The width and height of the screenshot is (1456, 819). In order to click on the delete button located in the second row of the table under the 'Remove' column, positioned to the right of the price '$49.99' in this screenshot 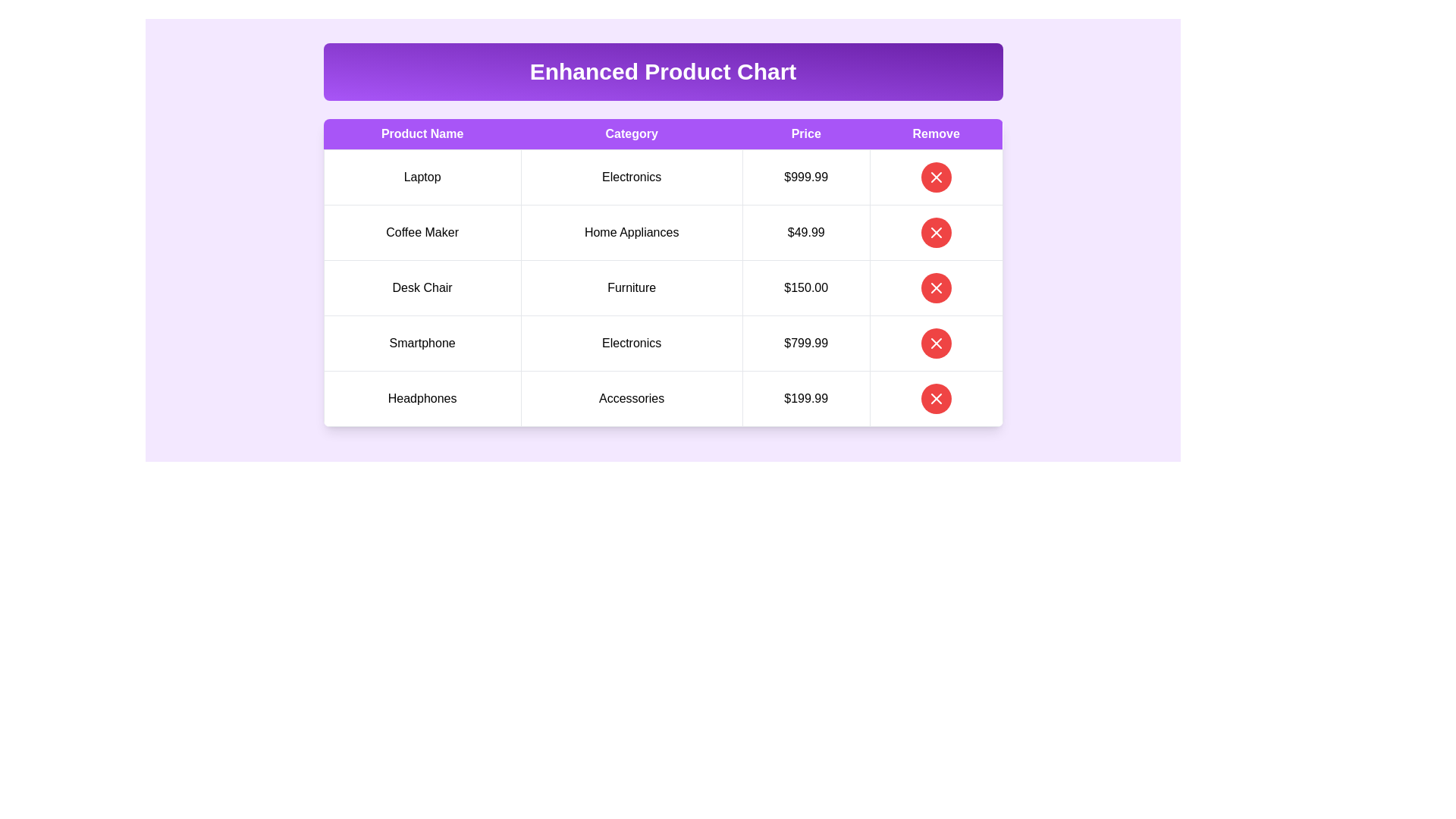, I will do `click(935, 233)`.